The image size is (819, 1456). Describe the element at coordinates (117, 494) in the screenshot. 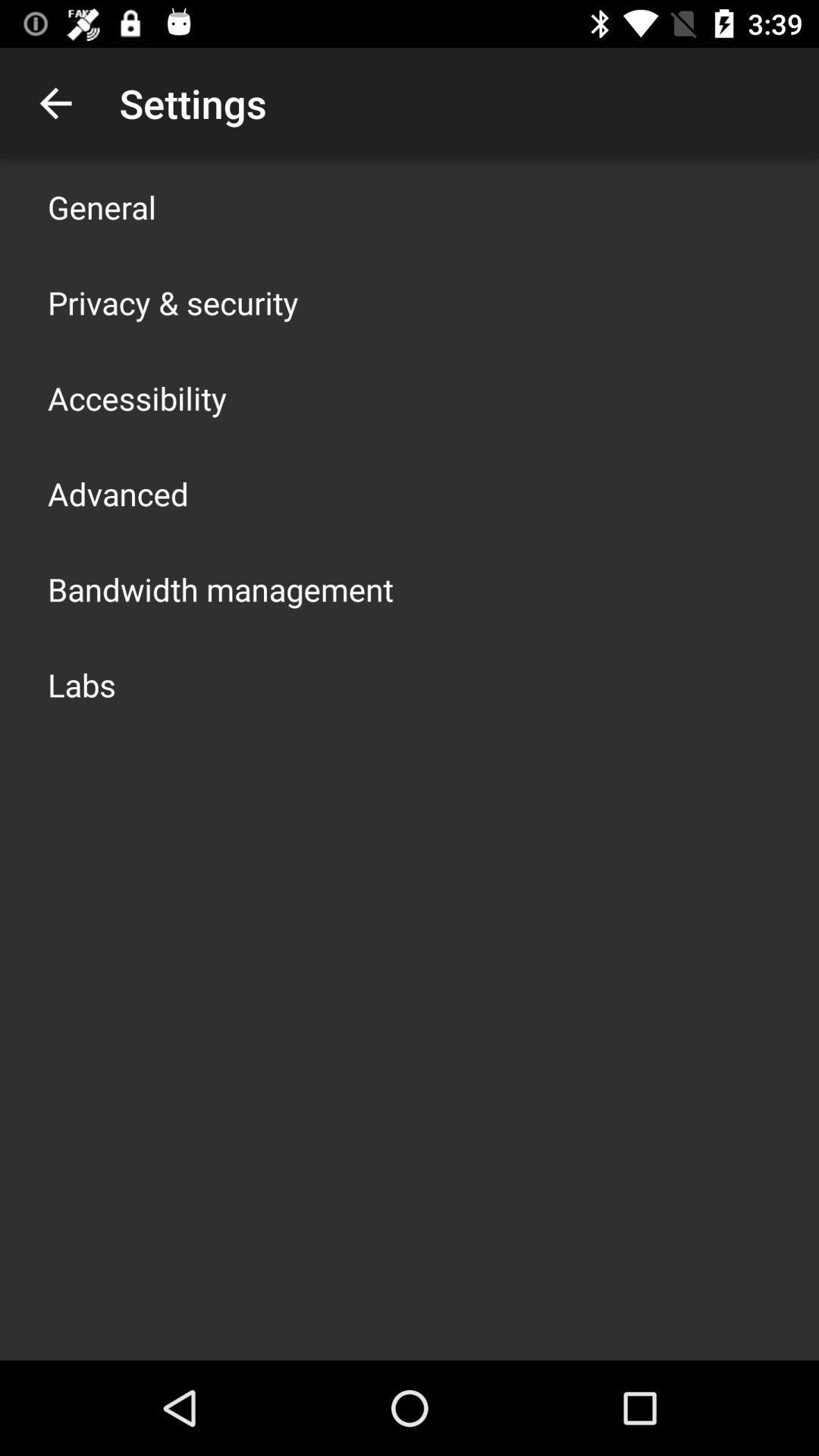

I see `the icon above bandwidth management` at that location.